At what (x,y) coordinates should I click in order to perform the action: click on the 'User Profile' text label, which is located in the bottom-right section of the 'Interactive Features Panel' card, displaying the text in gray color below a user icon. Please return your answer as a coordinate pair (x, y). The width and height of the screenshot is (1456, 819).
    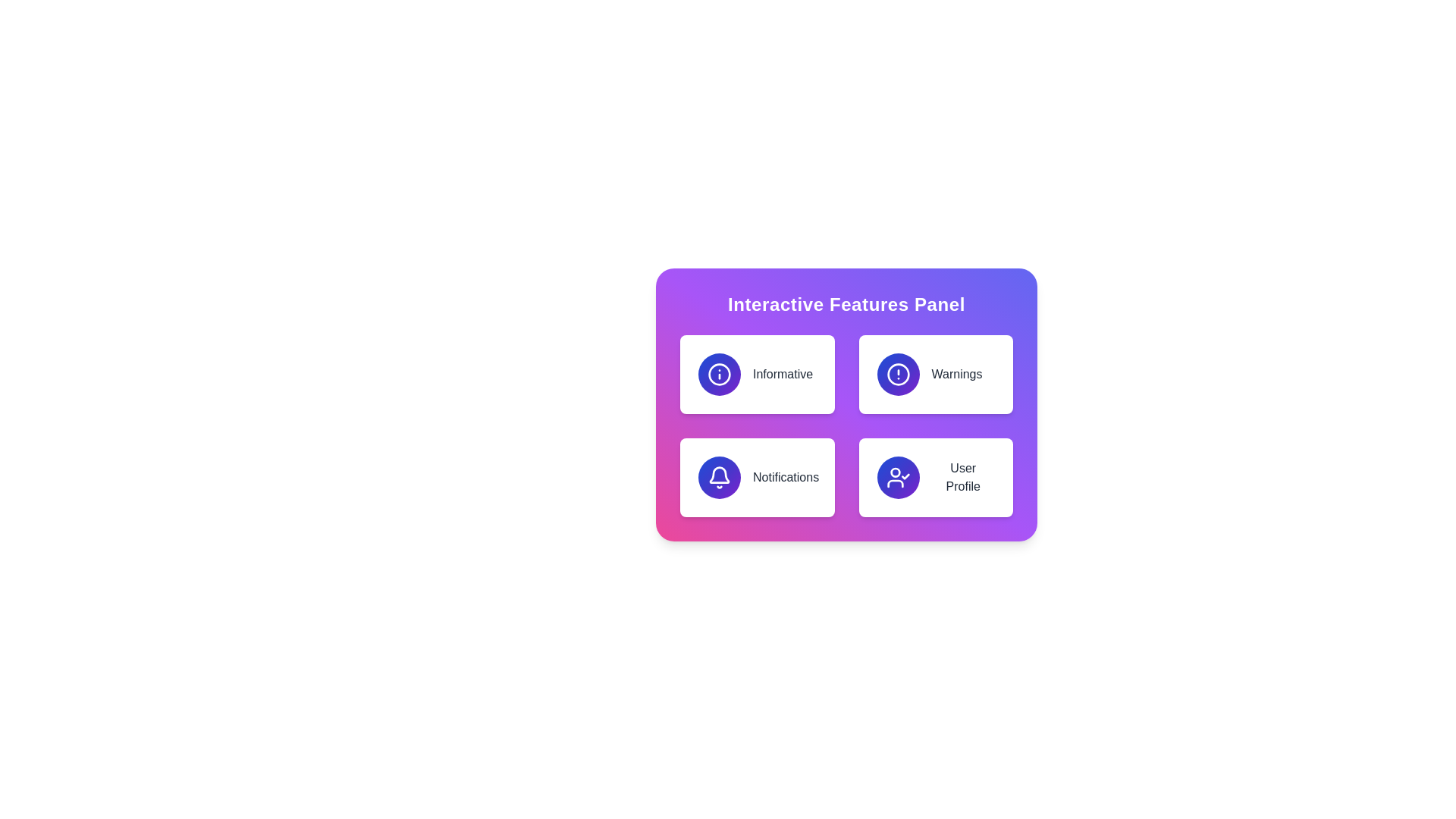
    Looking at the image, I should click on (962, 476).